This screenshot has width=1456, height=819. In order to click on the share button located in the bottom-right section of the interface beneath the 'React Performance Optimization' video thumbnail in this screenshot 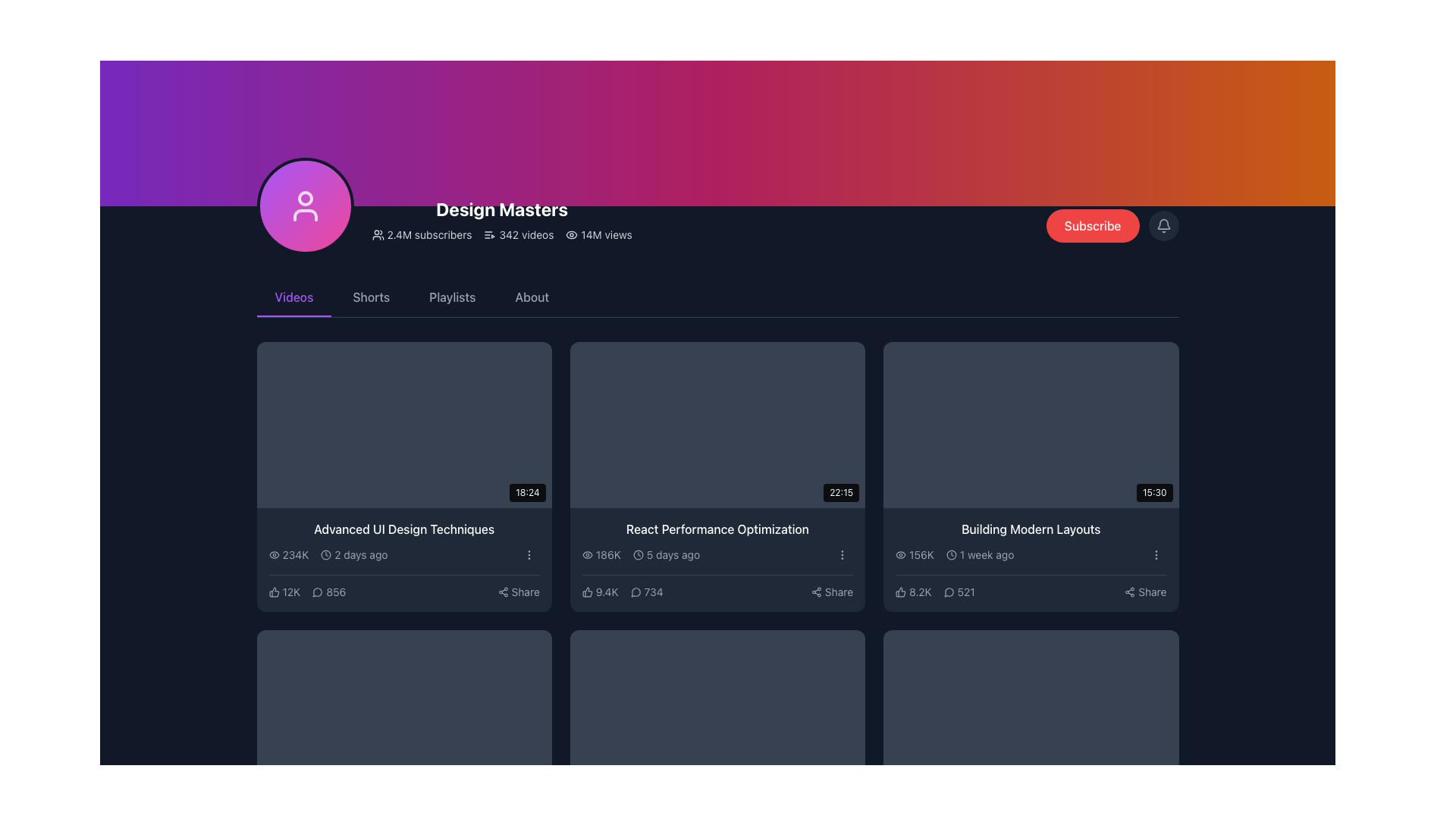, I will do `click(831, 591)`.